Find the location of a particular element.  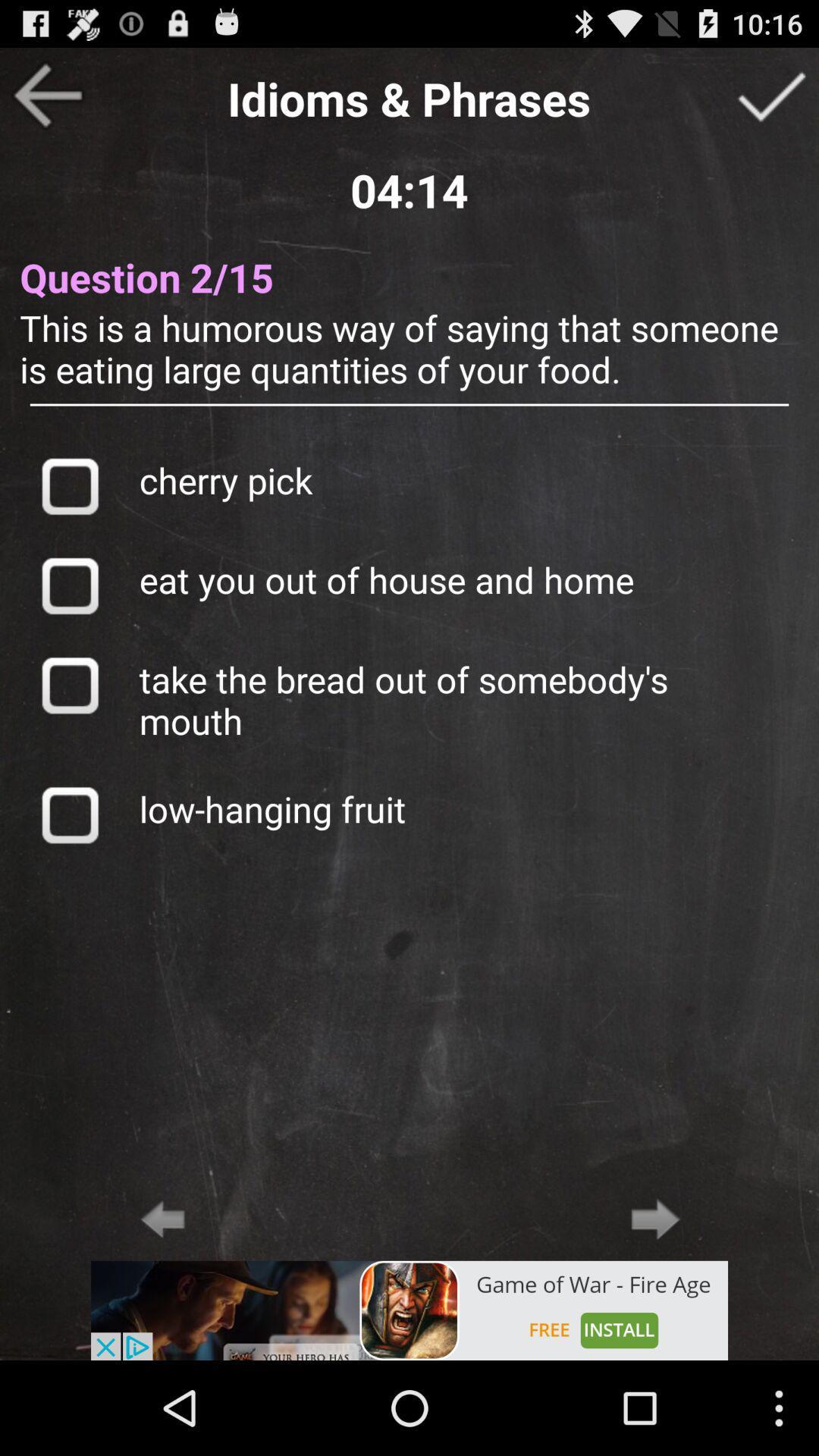

a link to an advertisement is located at coordinates (409, 1310).